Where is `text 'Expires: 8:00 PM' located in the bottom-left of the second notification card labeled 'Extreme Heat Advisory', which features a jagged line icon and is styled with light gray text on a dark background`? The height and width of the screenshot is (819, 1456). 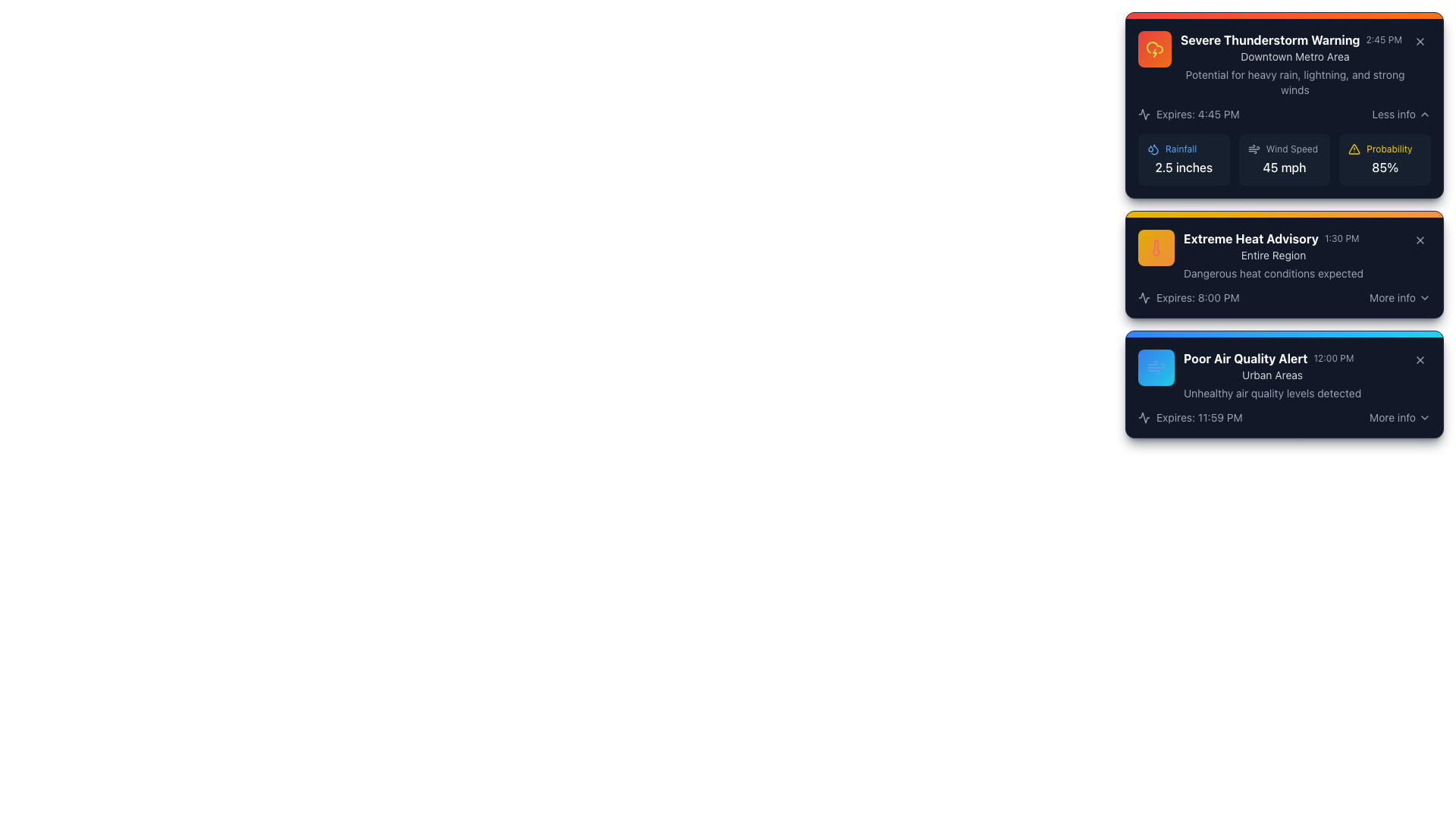
text 'Expires: 8:00 PM' located in the bottom-left of the second notification card labeled 'Extreme Heat Advisory', which features a jagged line icon and is styled with light gray text on a dark background is located at coordinates (1188, 298).